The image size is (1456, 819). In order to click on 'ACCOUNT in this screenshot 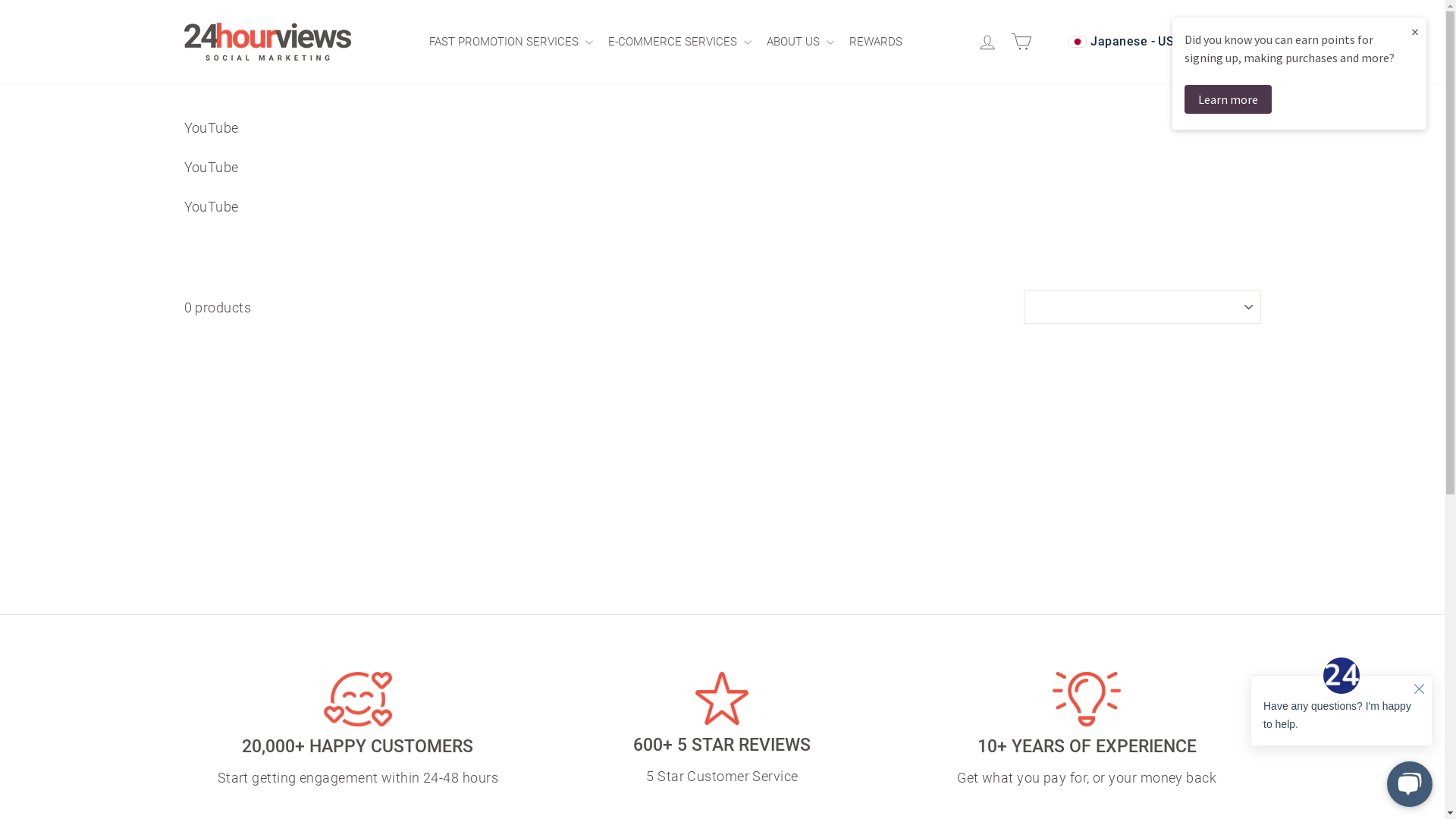, I will do `click(990, 41)`.